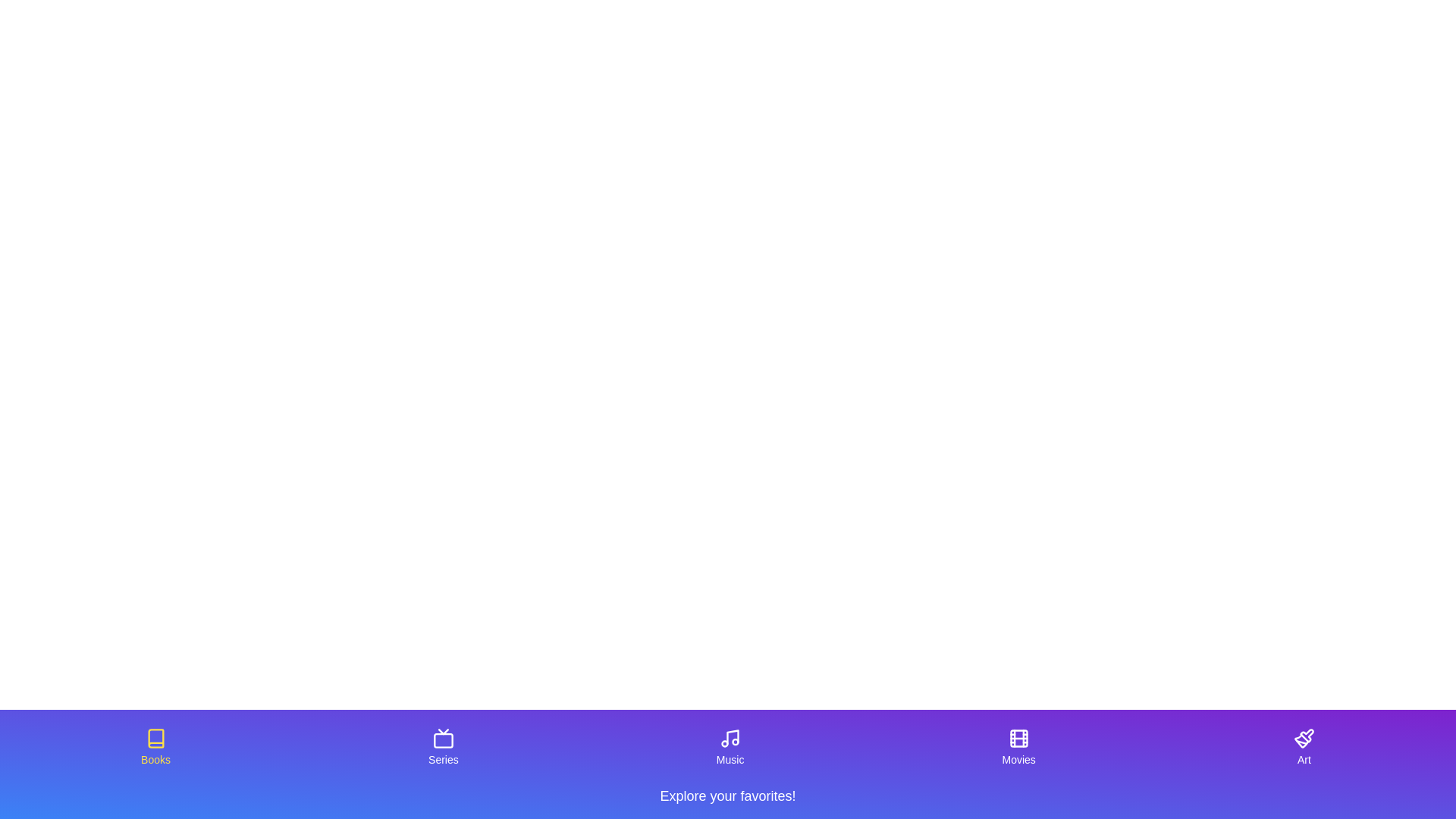 Image resolution: width=1456 pixels, height=819 pixels. What do you see at coordinates (730, 747) in the screenshot?
I see `the tab labeled 'Music' to observe its hover effect` at bounding box center [730, 747].